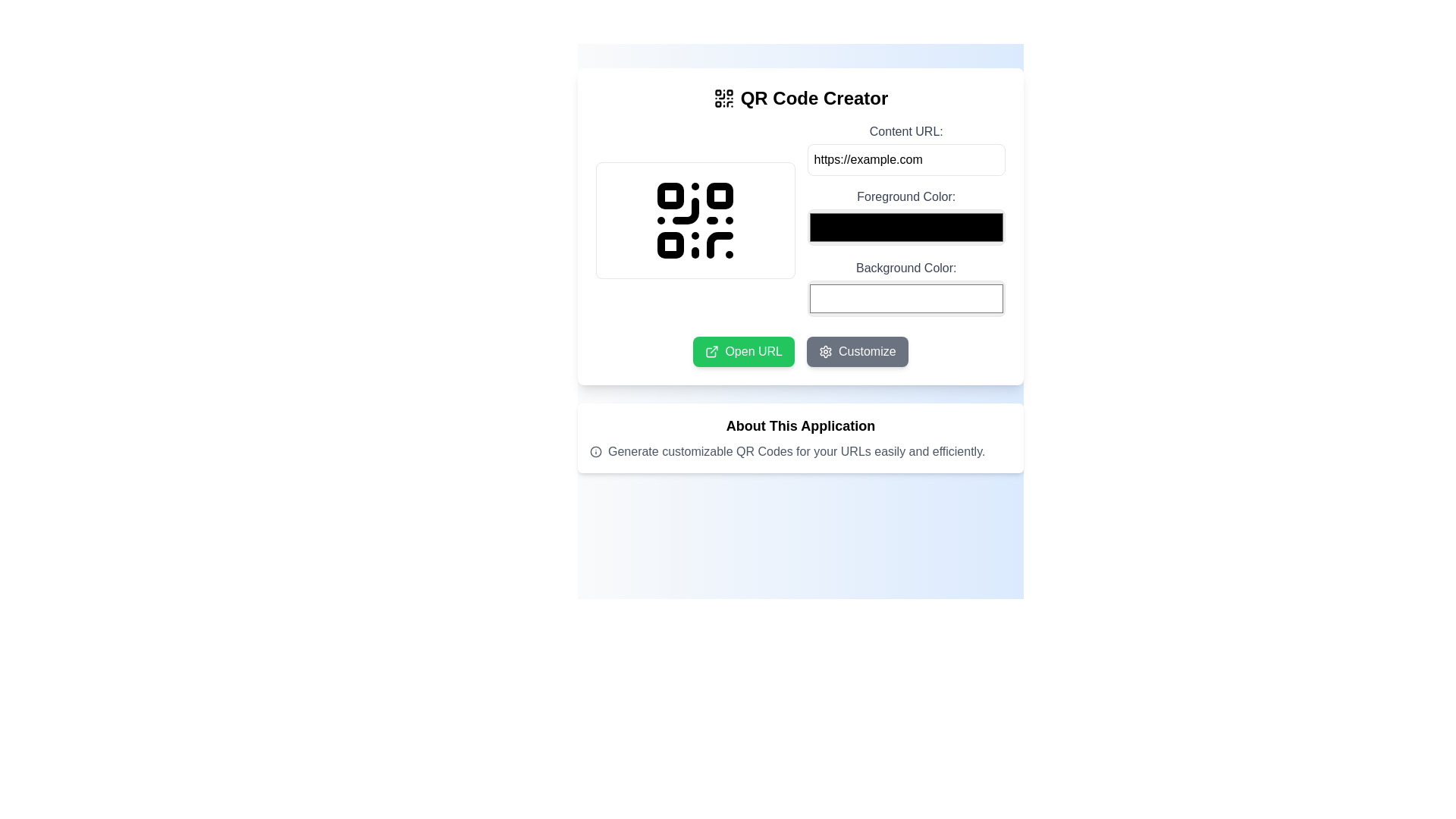 This screenshot has height=819, width=1456. I want to click on the URL input field located in the upper portion of the interface to focus on it, so click(906, 149).